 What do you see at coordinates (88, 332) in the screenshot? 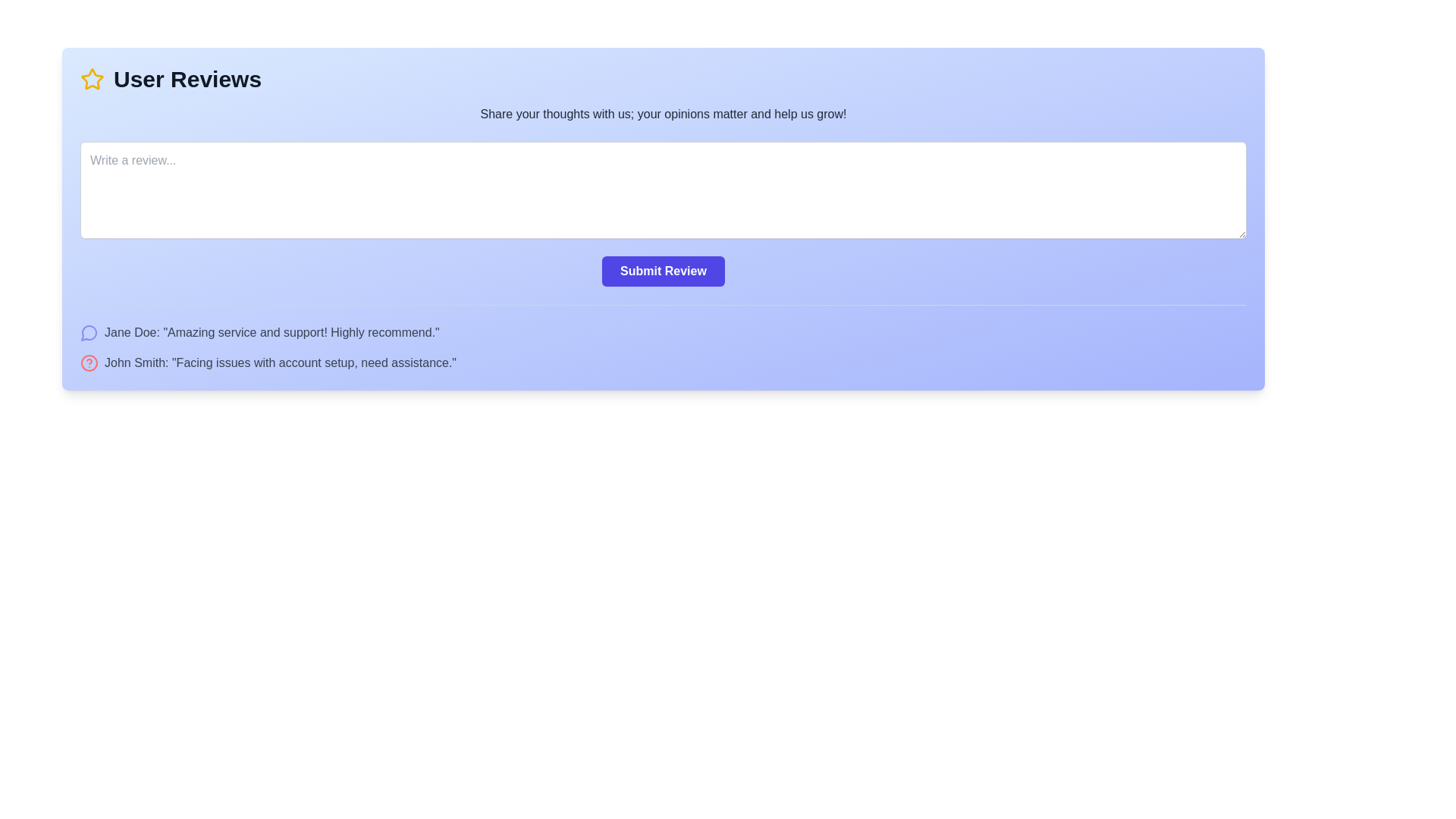
I see `the vector graphic message bubble next to the user review by 'John Smith' in the review section` at bounding box center [88, 332].